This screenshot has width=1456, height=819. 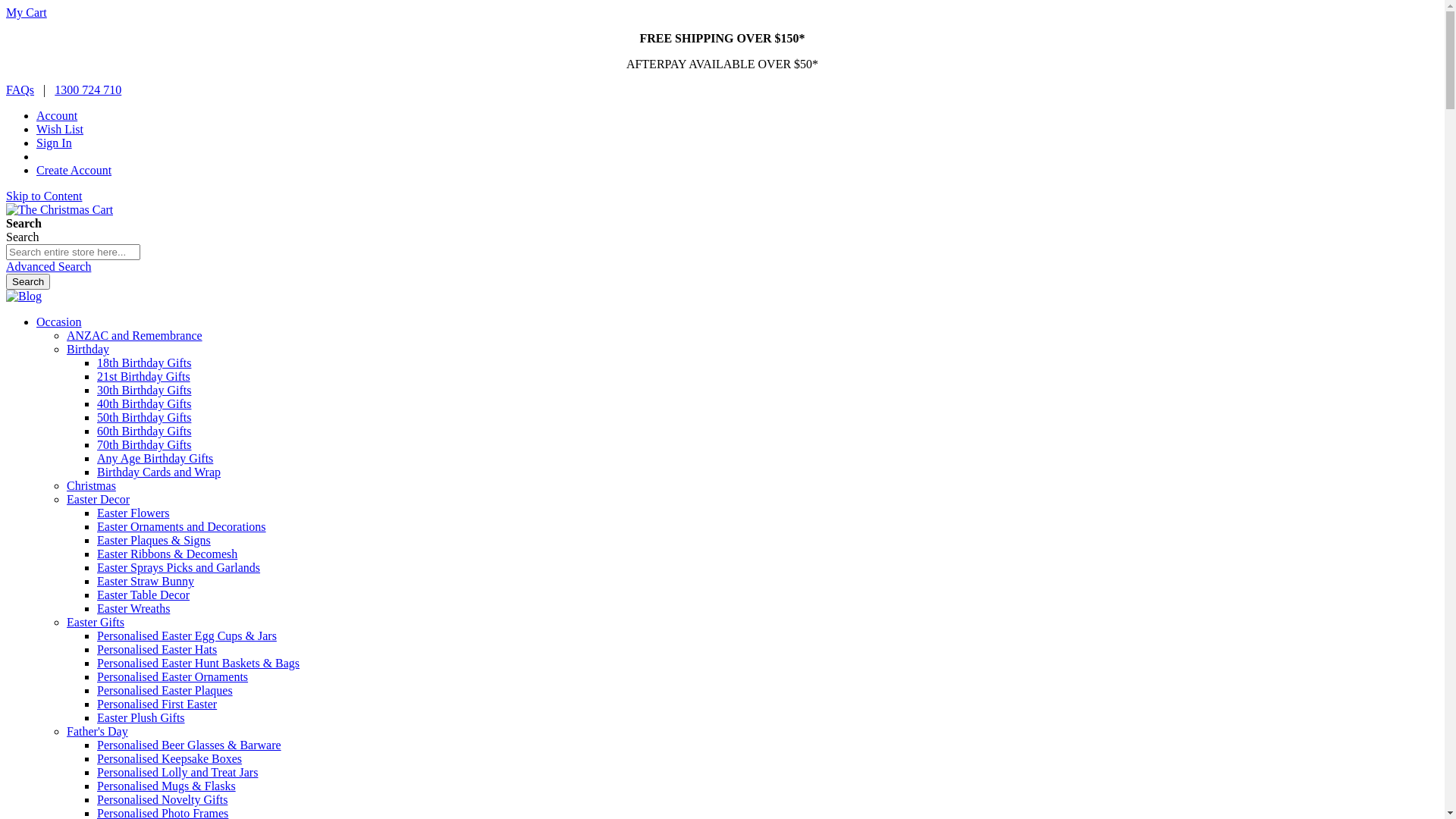 What do you see at coordinates (172, 676) in the screenshot?
I see `'Personalised Easter Ornaments'` at bounding box center [172, 676].